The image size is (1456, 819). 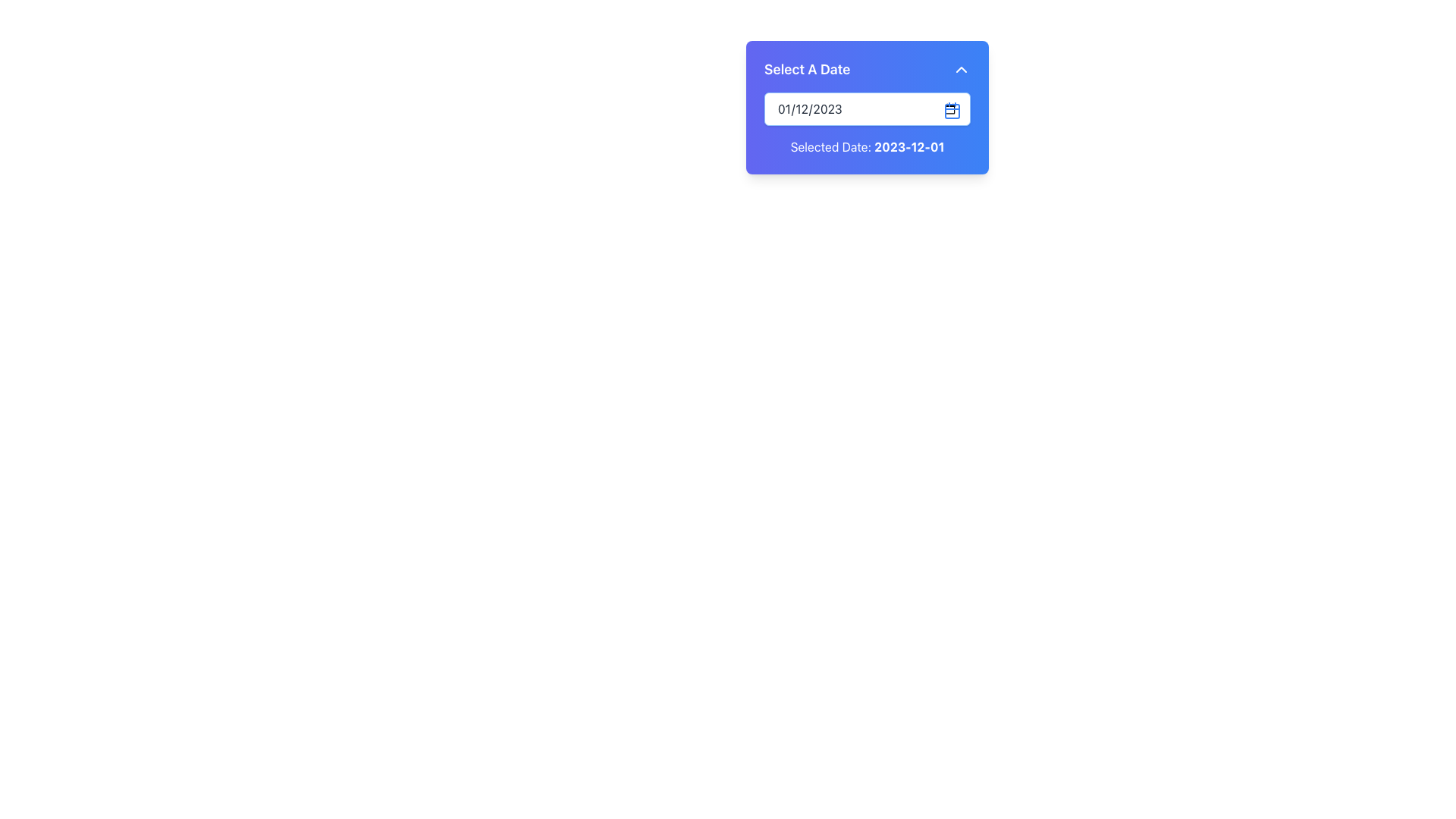 I want to click on the informational text element displaying the selected date '2023-12-01' located within the blue dialog box, so click(x=909, y=146).